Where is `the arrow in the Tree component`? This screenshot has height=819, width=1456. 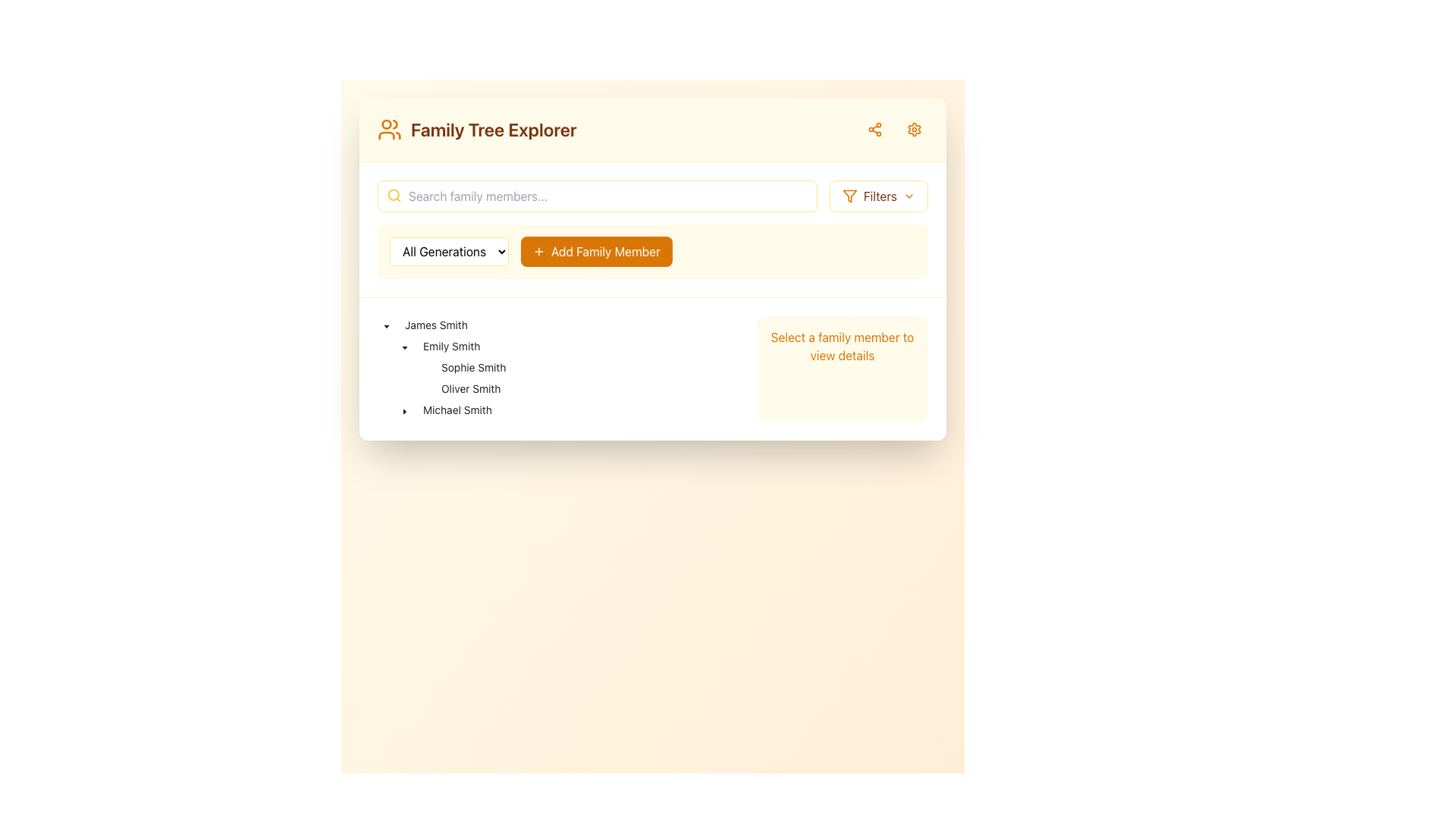 the arrow in the Tree component is located at coordinates (557, 369).